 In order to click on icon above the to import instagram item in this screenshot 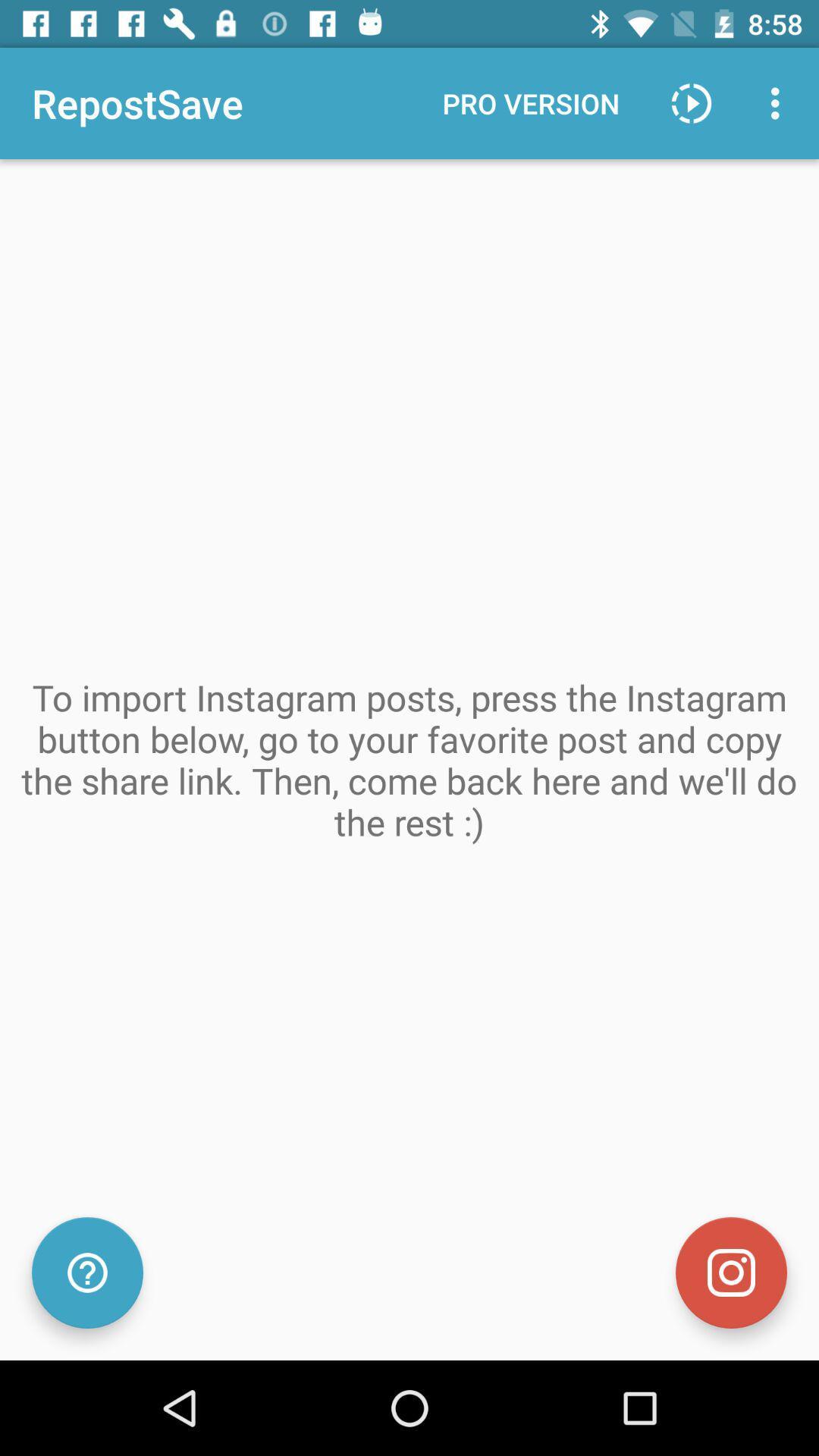, I will do `click(530, 102)`.